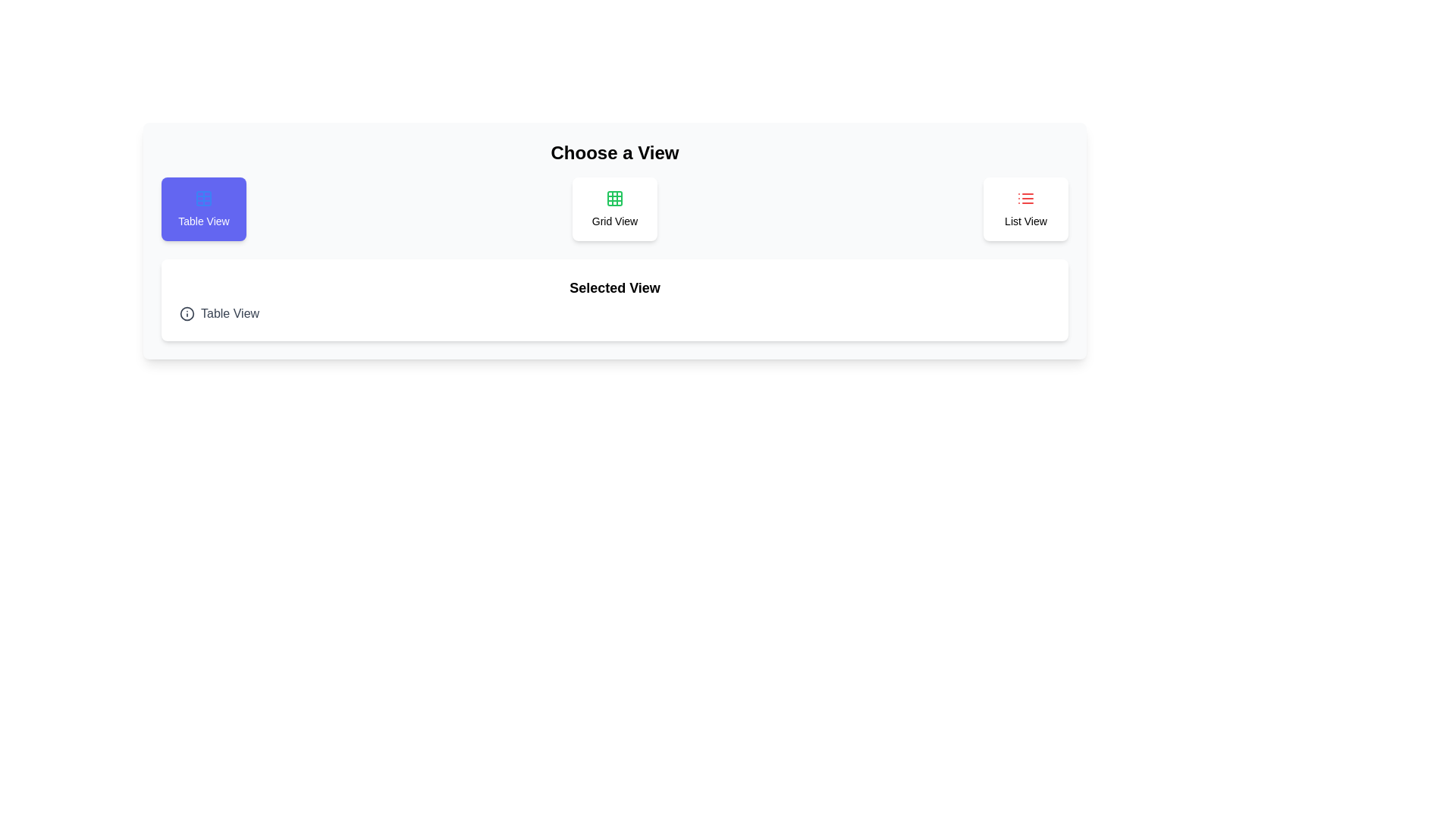  I want to click on the 'Grid View' button by clicking on its icon located at the center of the button, so click(615, 198).